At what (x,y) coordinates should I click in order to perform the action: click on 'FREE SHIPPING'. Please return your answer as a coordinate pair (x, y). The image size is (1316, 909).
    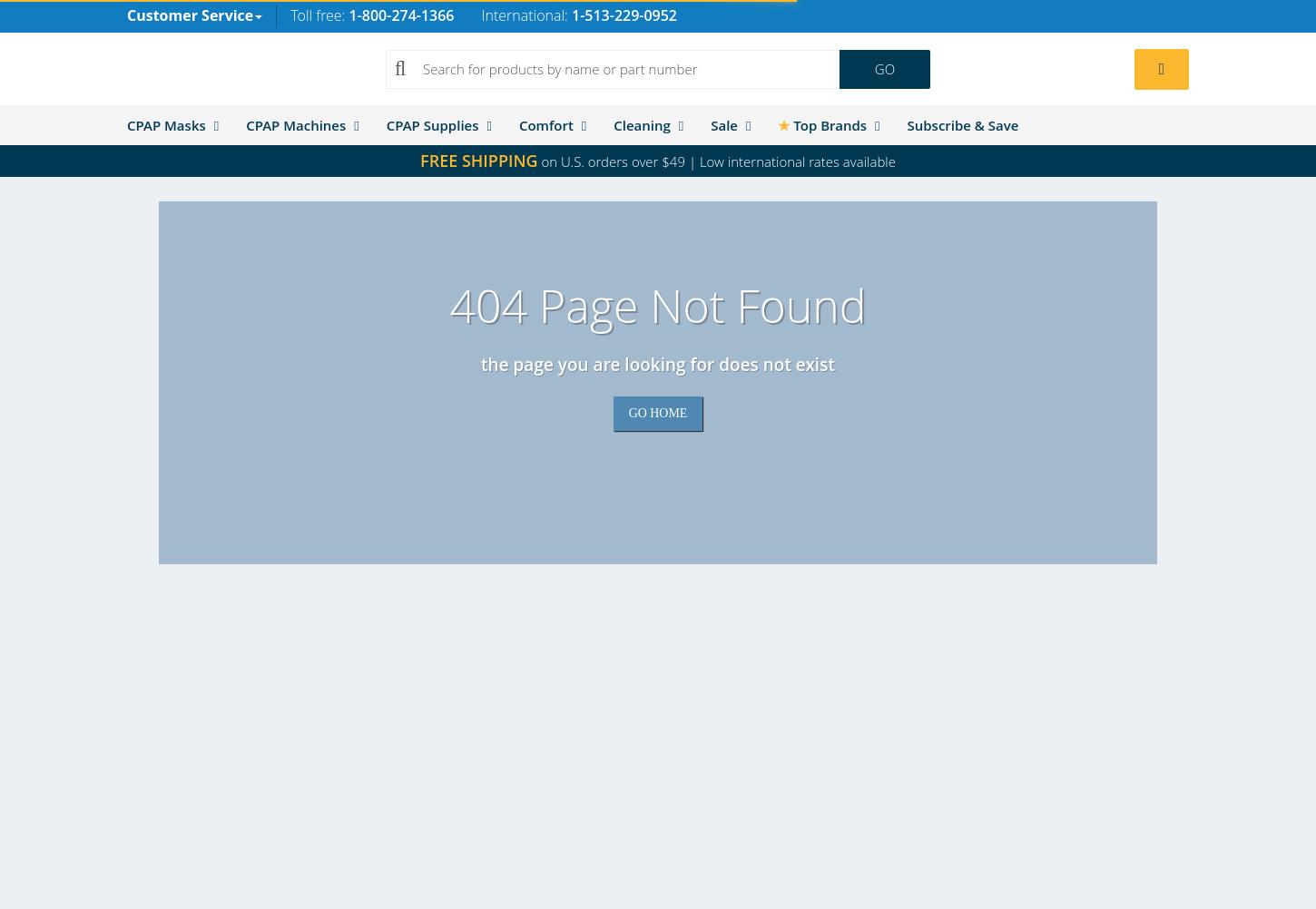
    Looking at the image, I should click on (478, 159).